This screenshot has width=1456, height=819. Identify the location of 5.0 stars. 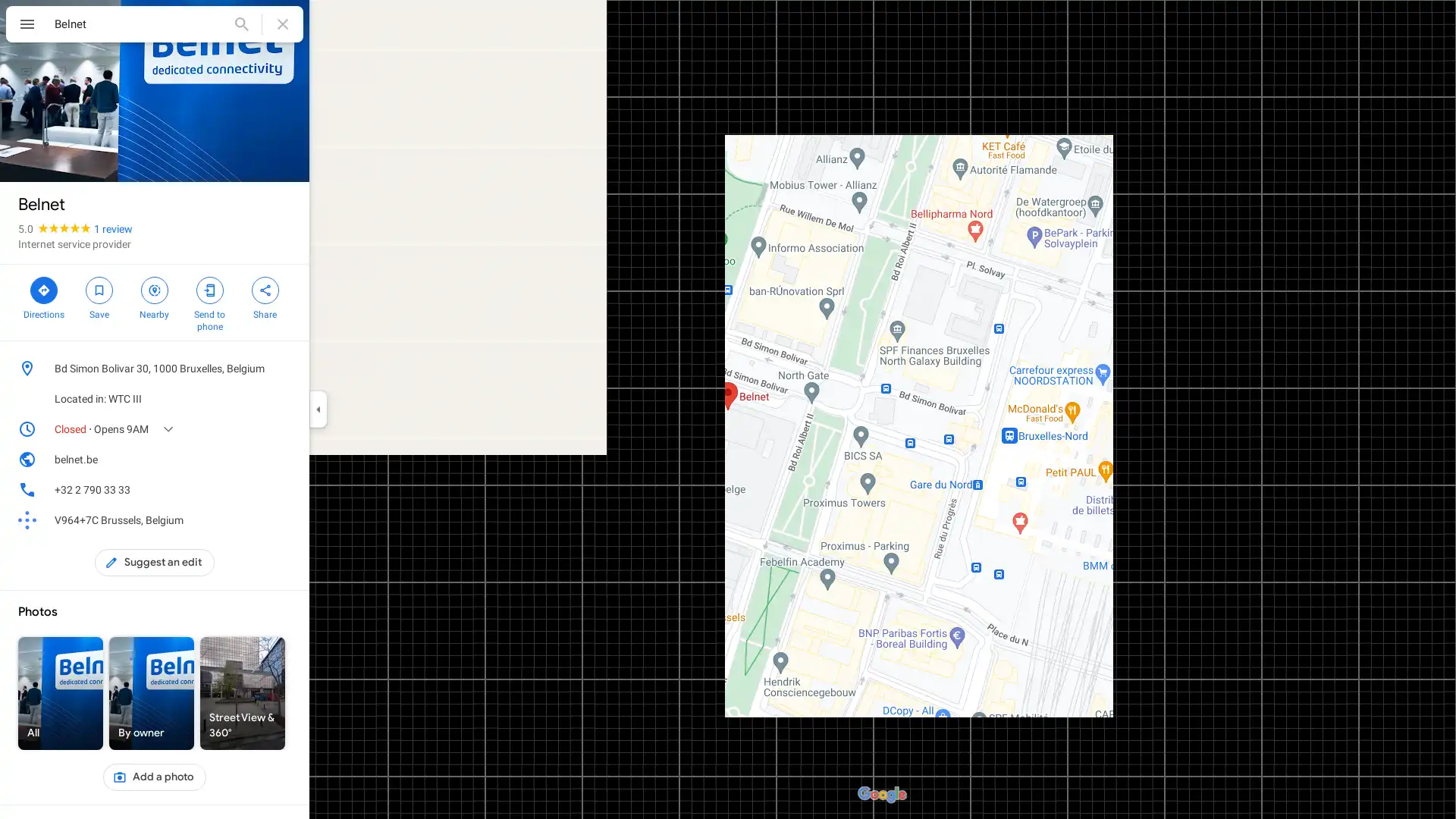
(55, 228).